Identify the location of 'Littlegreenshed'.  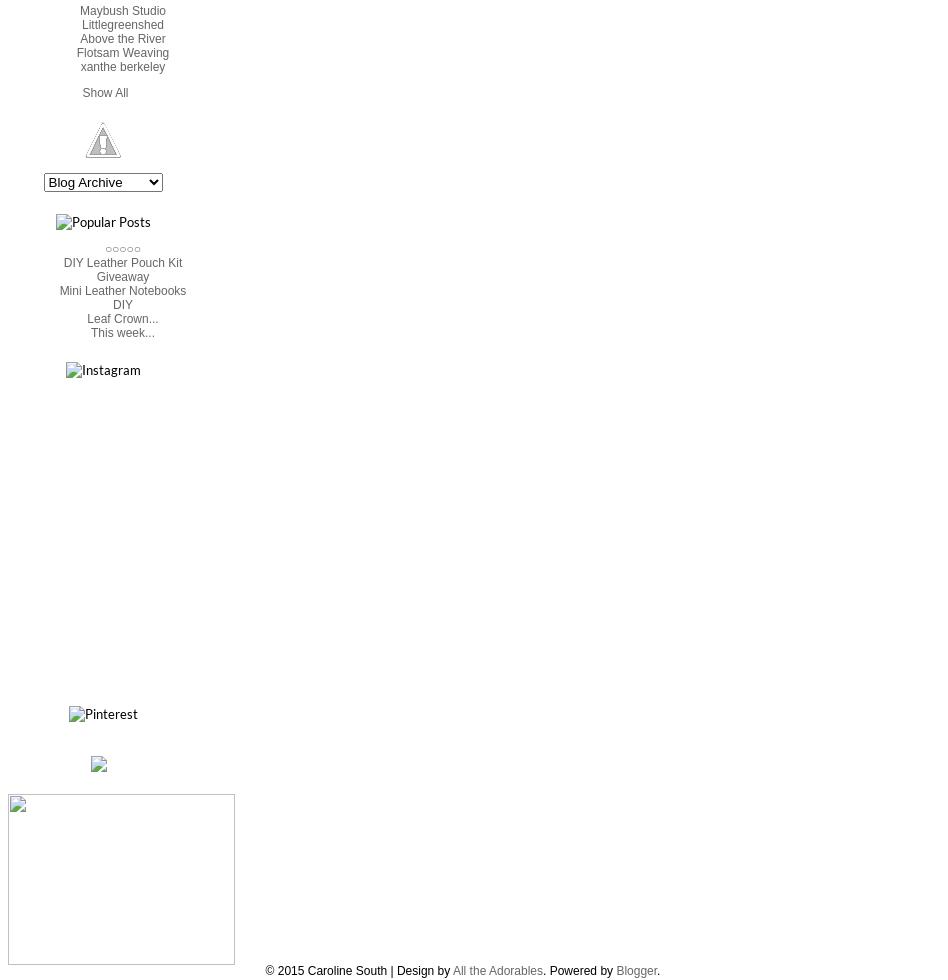
(121, 24).